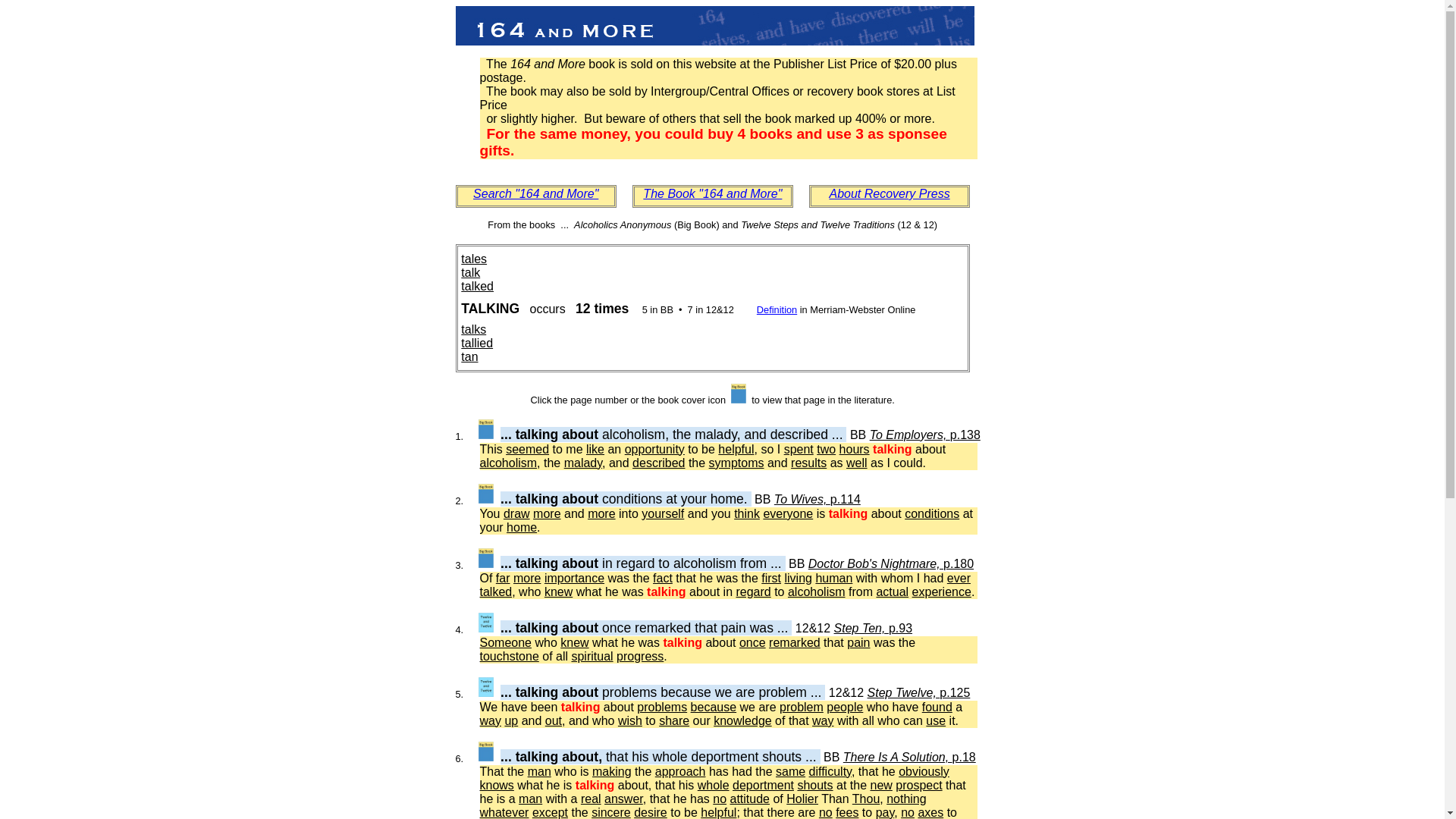 This screenshot has width=1456, height=819. What do you see at coordinates (545, 720) in the screenshot?
I see `'out'` at bounding box center [545, 720].